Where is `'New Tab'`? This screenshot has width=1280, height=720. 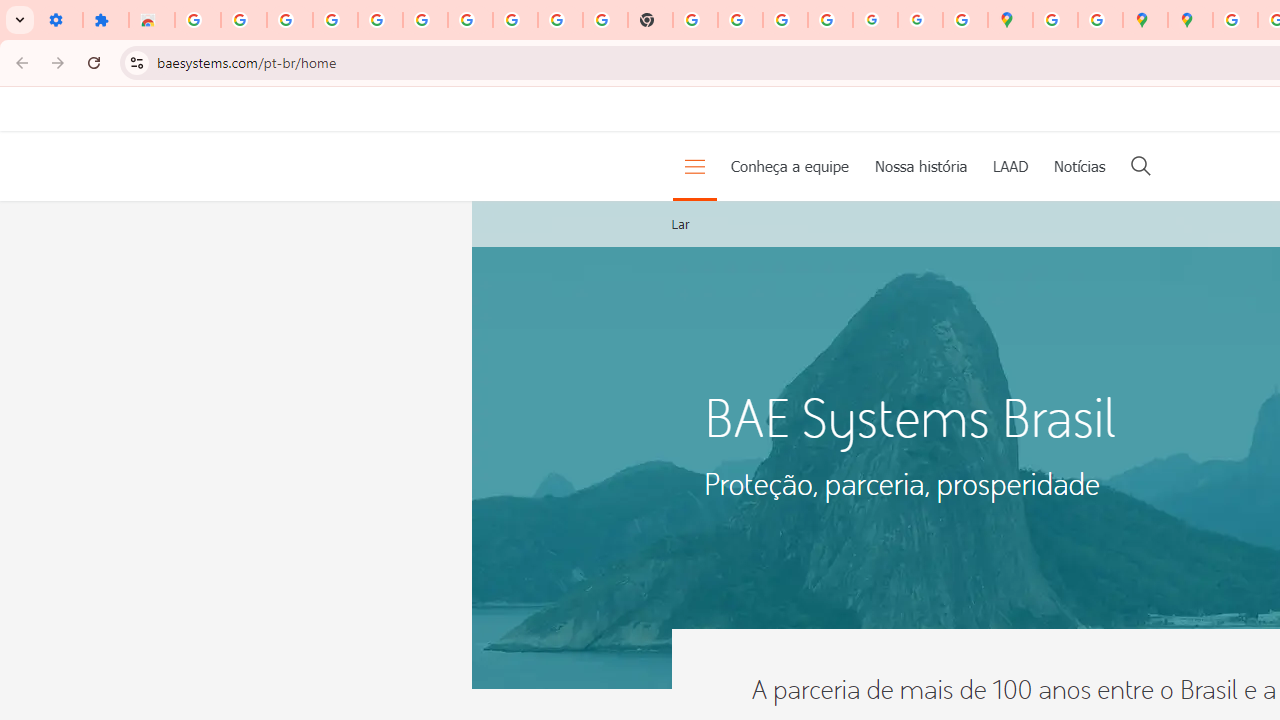
'New Tab' is located at coordinates (650, 20).